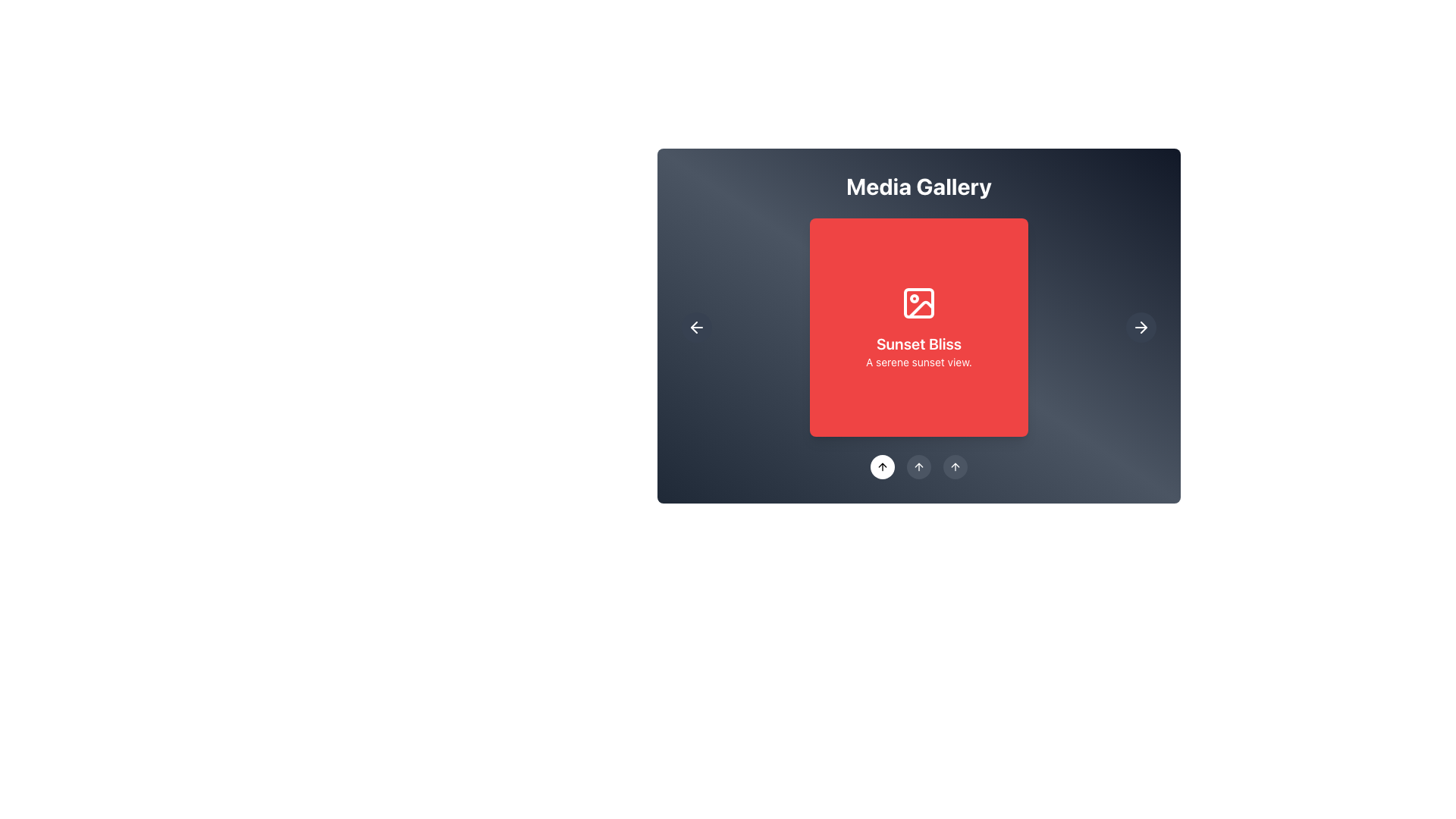  Describe the element at coordinates (695, 327) in the screenshot. I see `the SVG Icon within the back button of the navigation interface` at that location.